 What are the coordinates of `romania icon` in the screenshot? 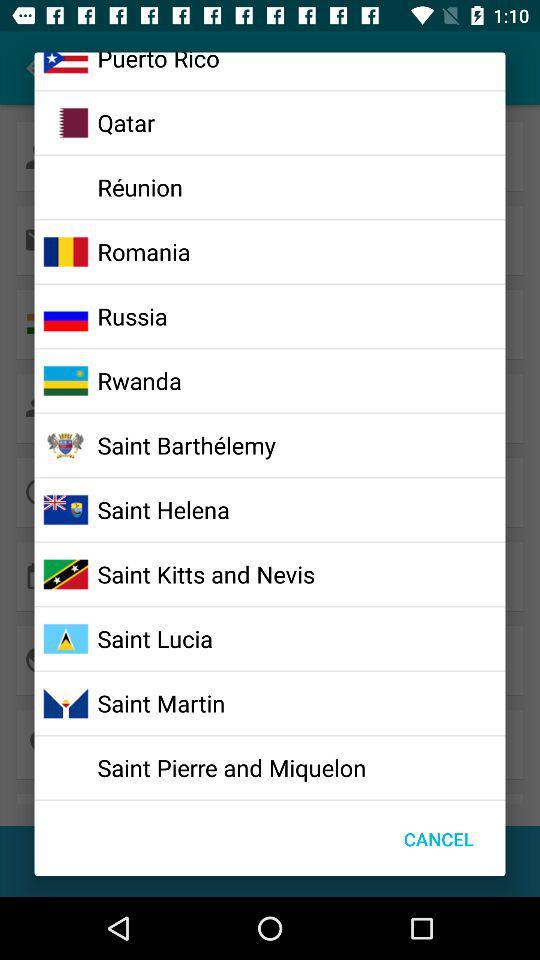 It's located at (143, 250).